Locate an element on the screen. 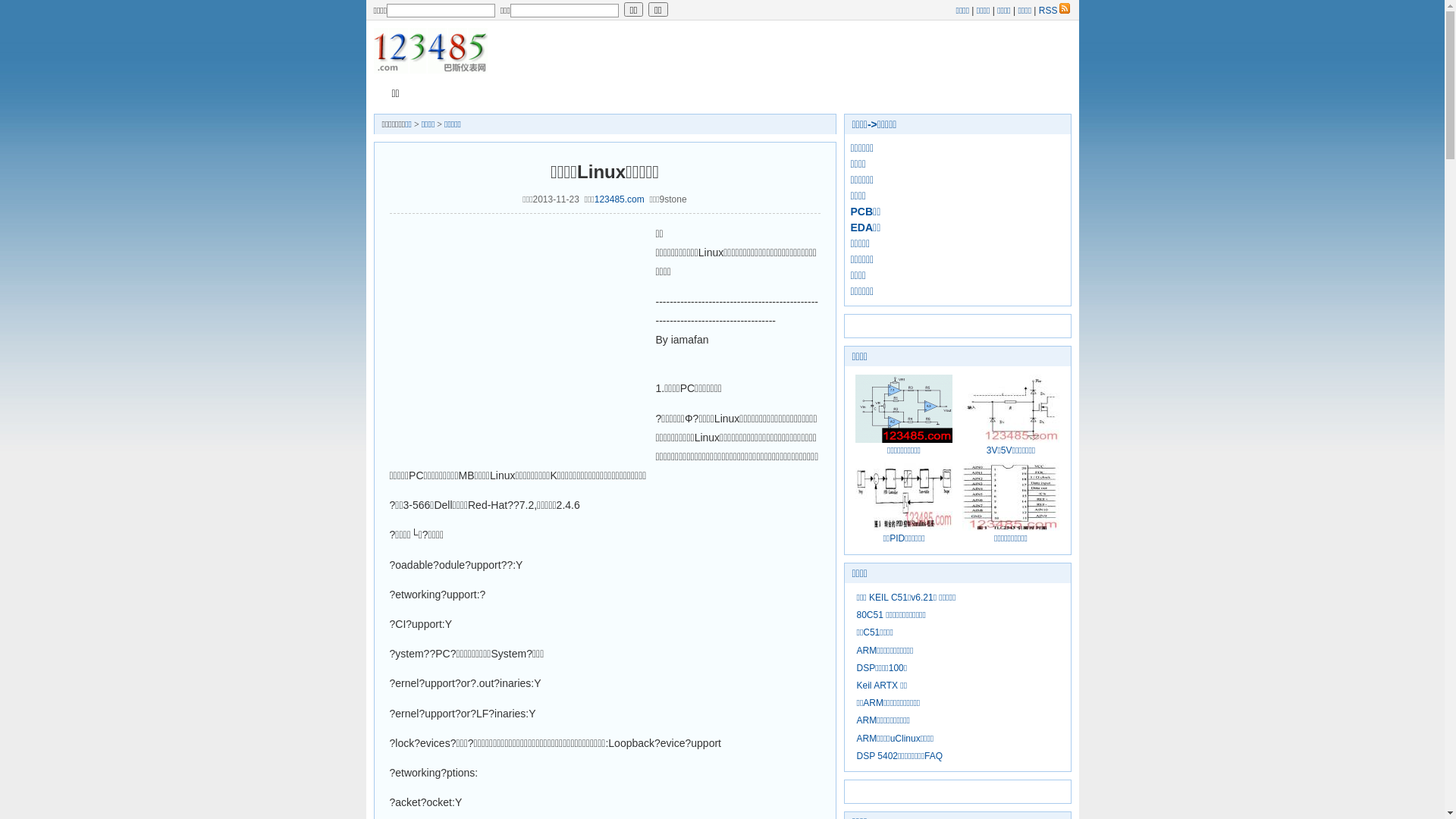 This screenshot has width=1456, height=819. 'RSS' is located at coordinates (1054, 9).